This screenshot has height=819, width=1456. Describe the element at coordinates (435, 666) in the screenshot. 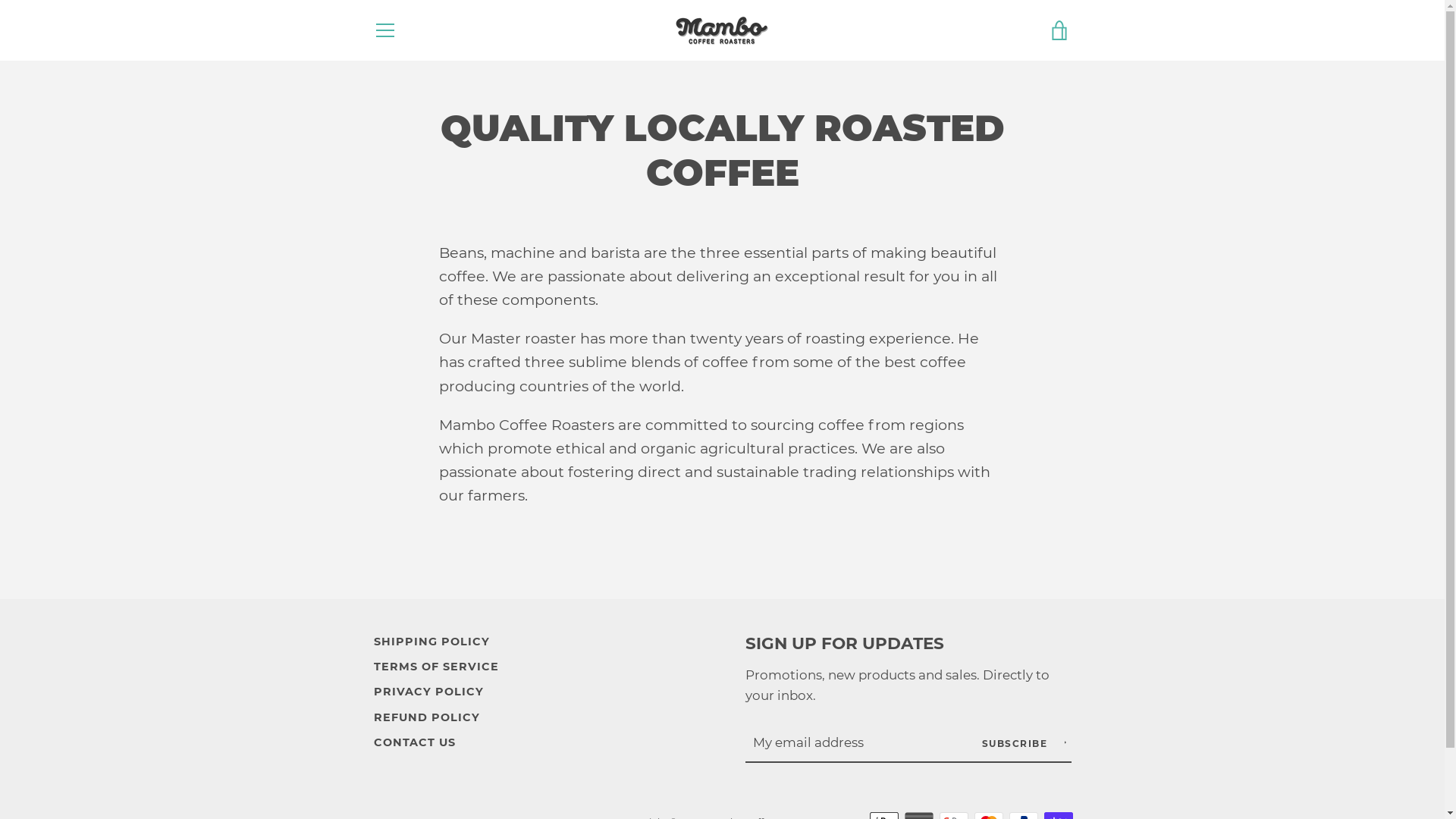

I see `'TERMS OF SERVICE'` at that location.